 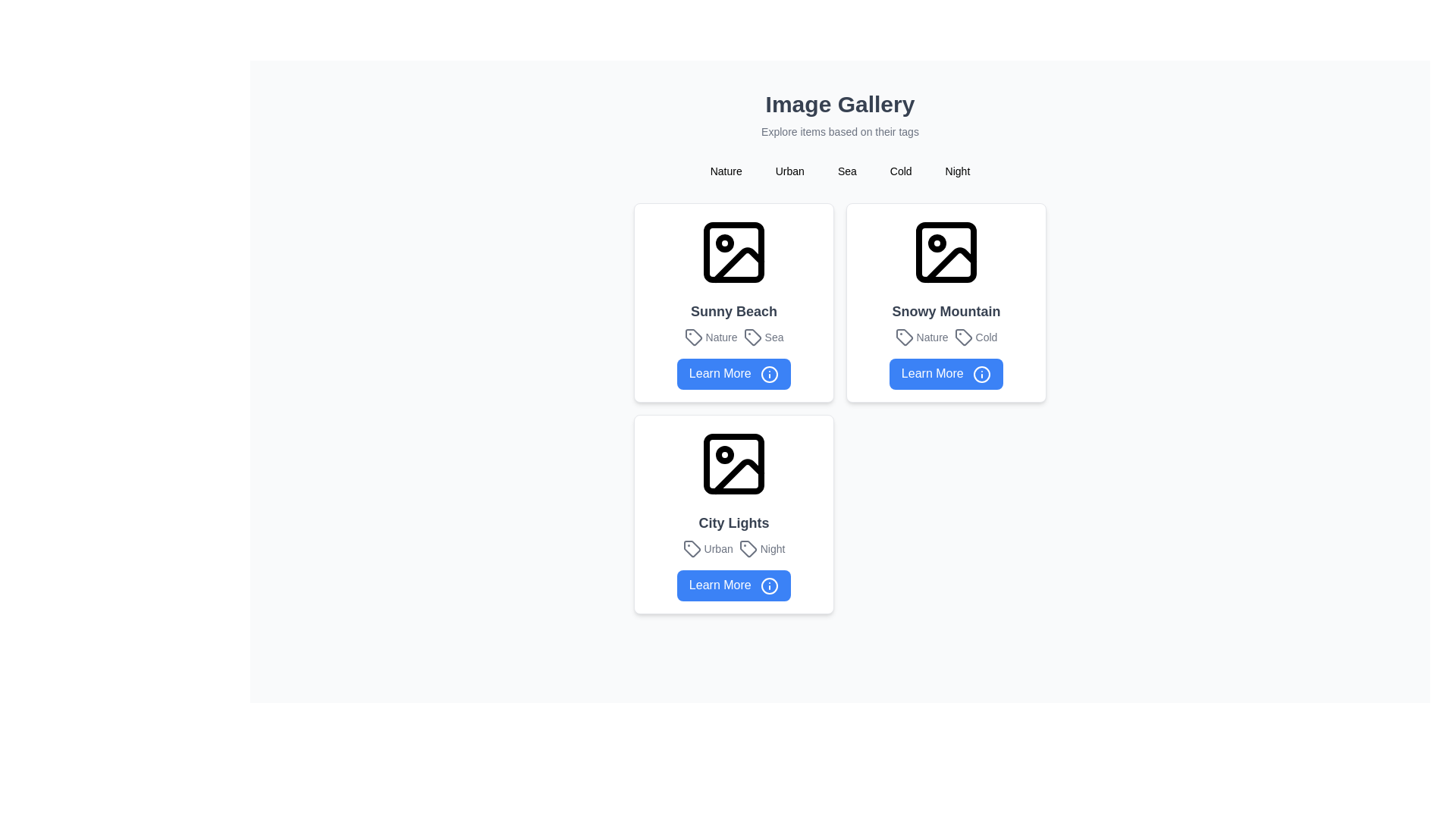 What do you see at coordinates (946, 302) in the screenshot?
I see `tags for filtering options on the Card component located in the top row, center column of the grid layout` at bounding box center [946, 302].